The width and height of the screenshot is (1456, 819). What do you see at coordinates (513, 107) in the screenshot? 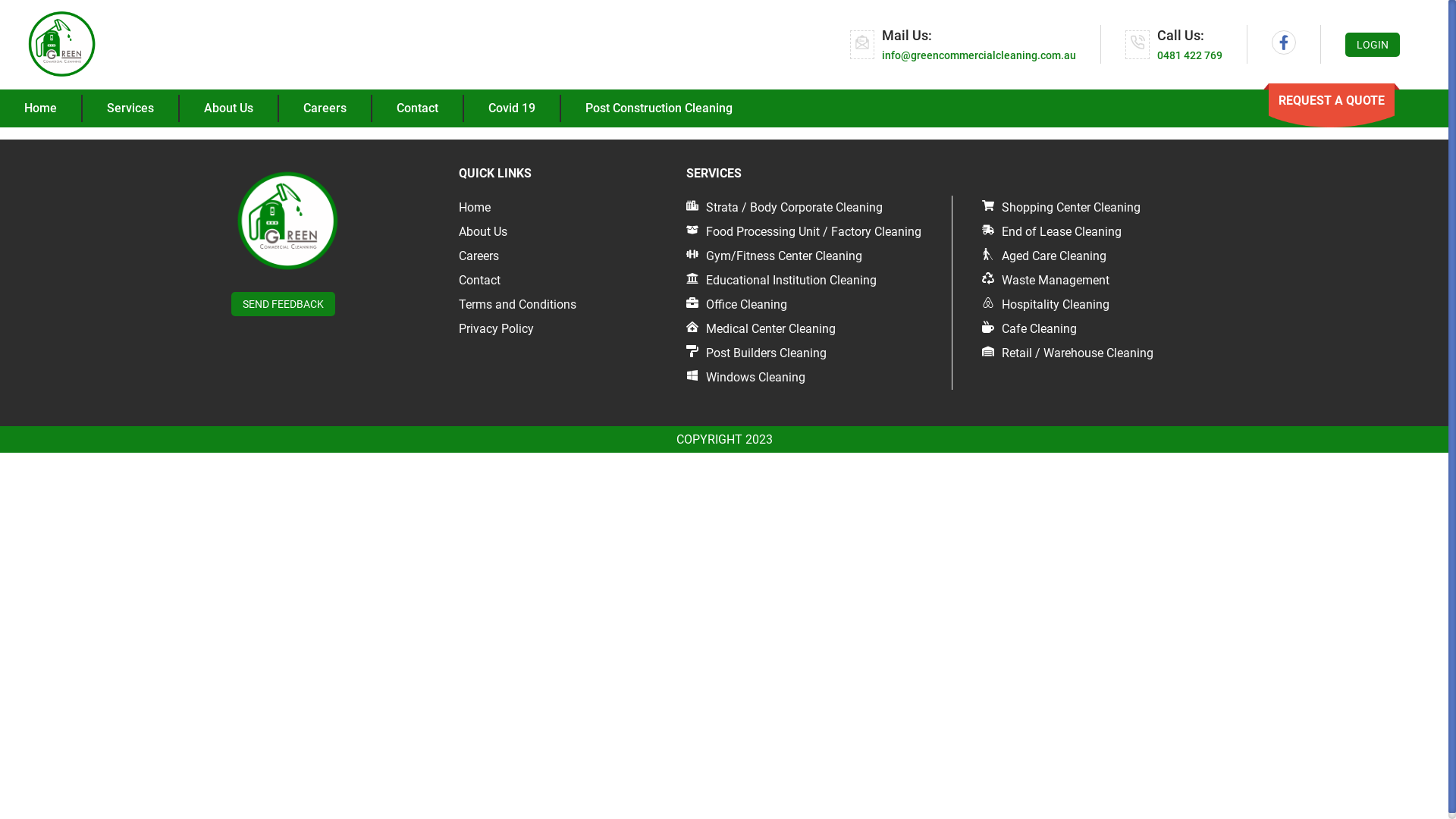
I see `'Covid 19'` at bounding box center [513, 107].